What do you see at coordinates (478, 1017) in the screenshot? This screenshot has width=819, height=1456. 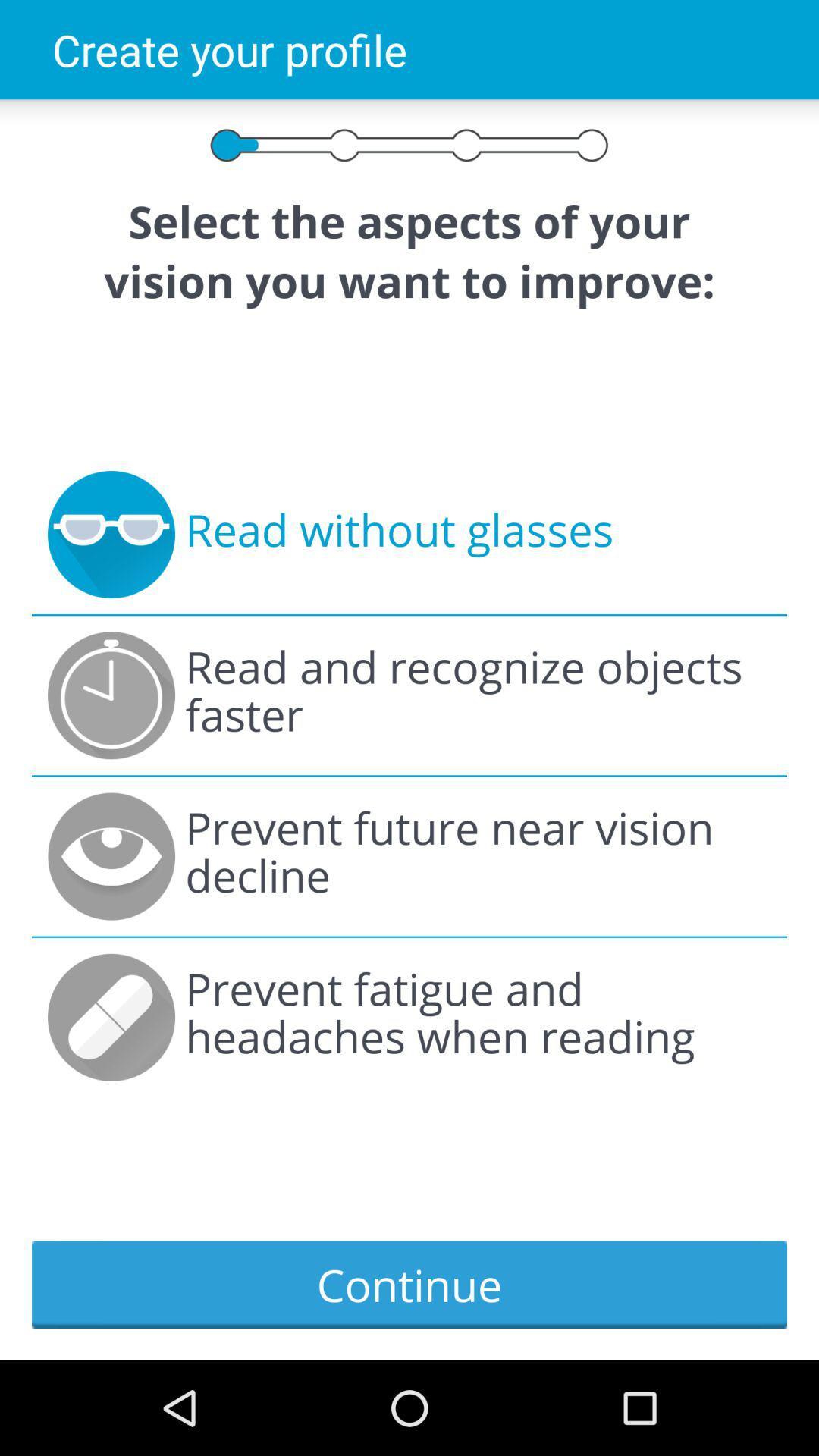 I see `the prevent fatigue and` at bounding box center [478, 1017].